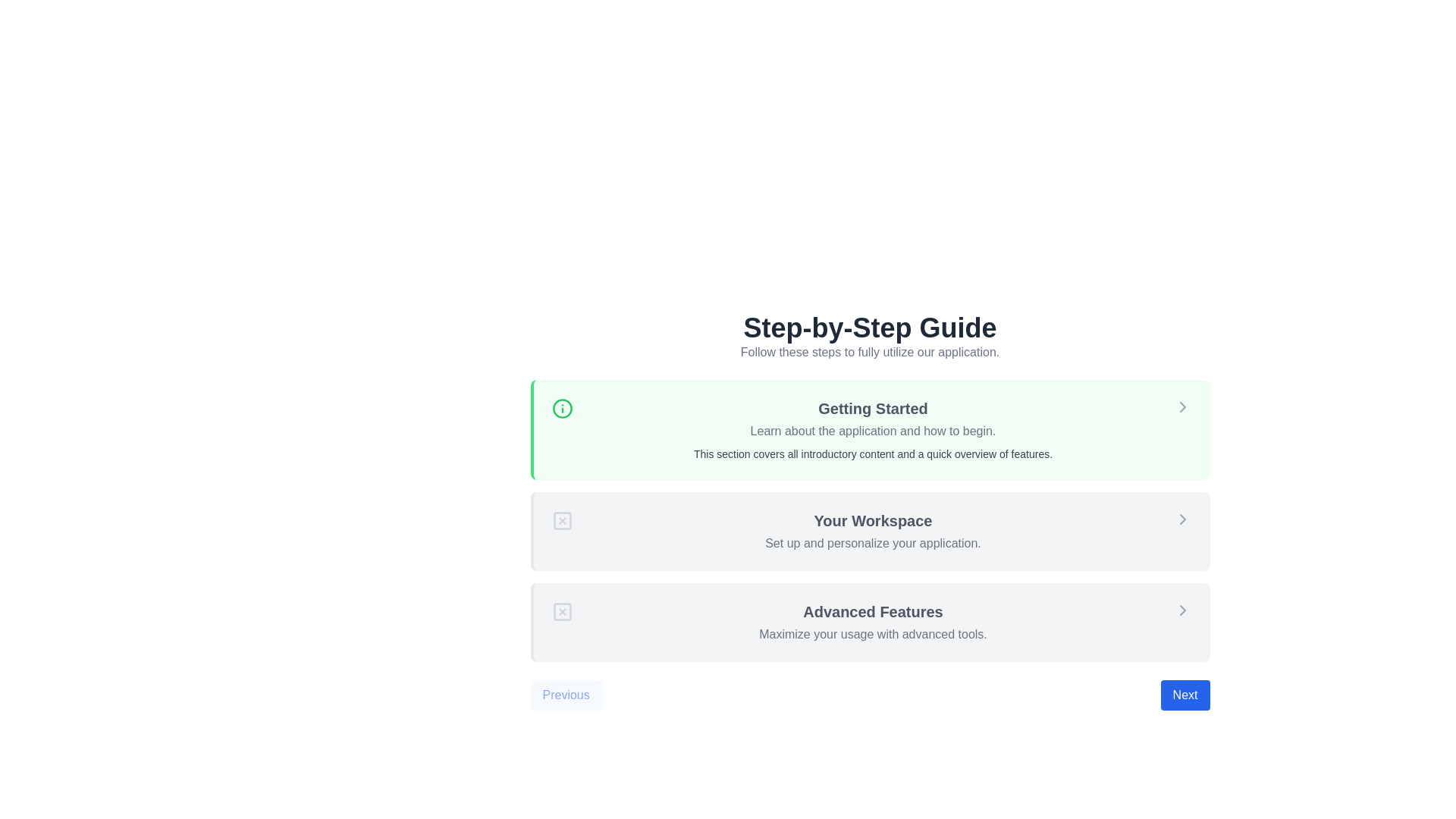 The image size is (1456, 819). I want to click on informational text component located in the green section titled 'Getting Started', positioned below the text 'Learn about the application and how to begin.', so click(873, 453).